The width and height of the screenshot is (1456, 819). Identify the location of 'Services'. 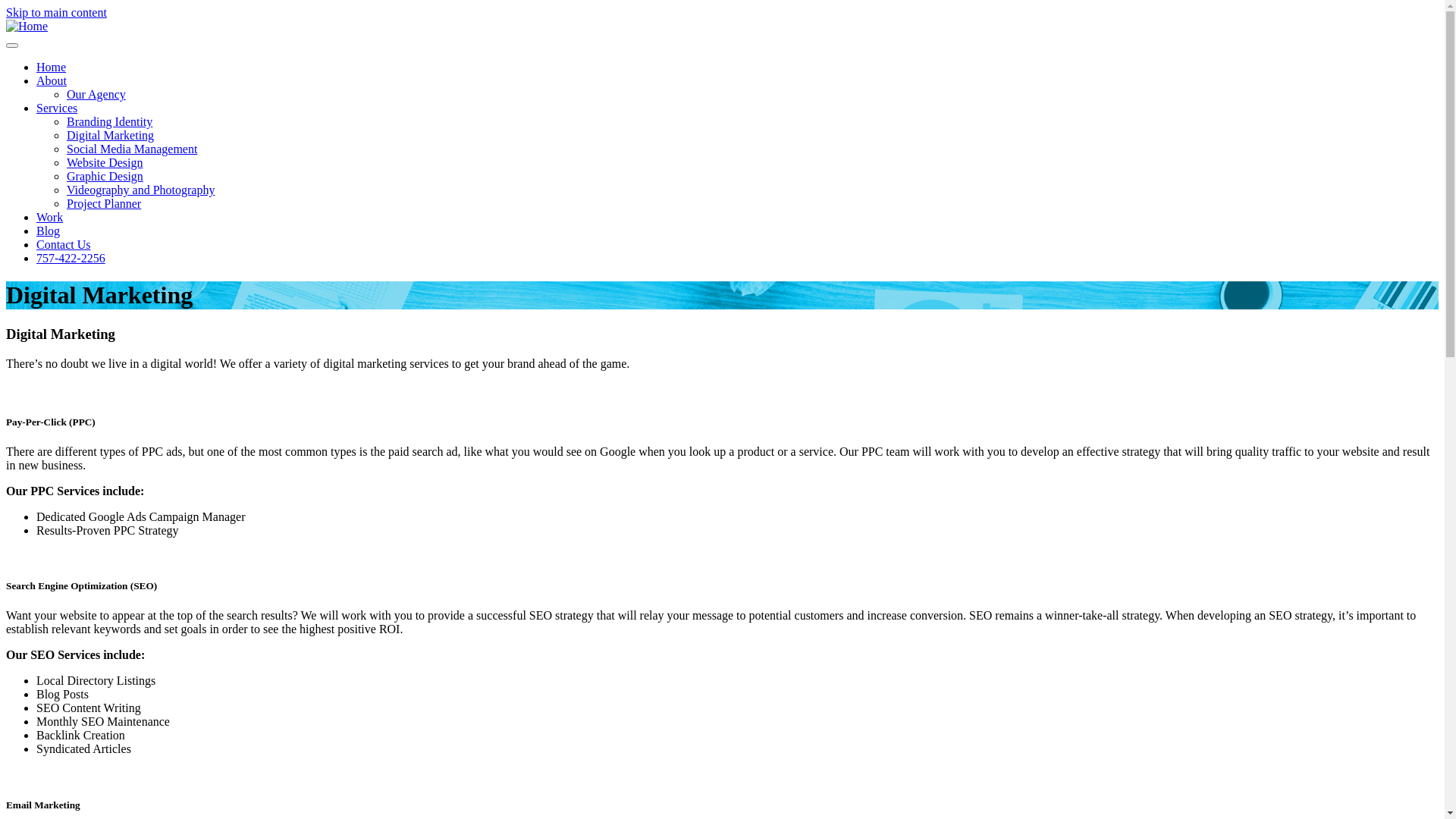
(57, 107).